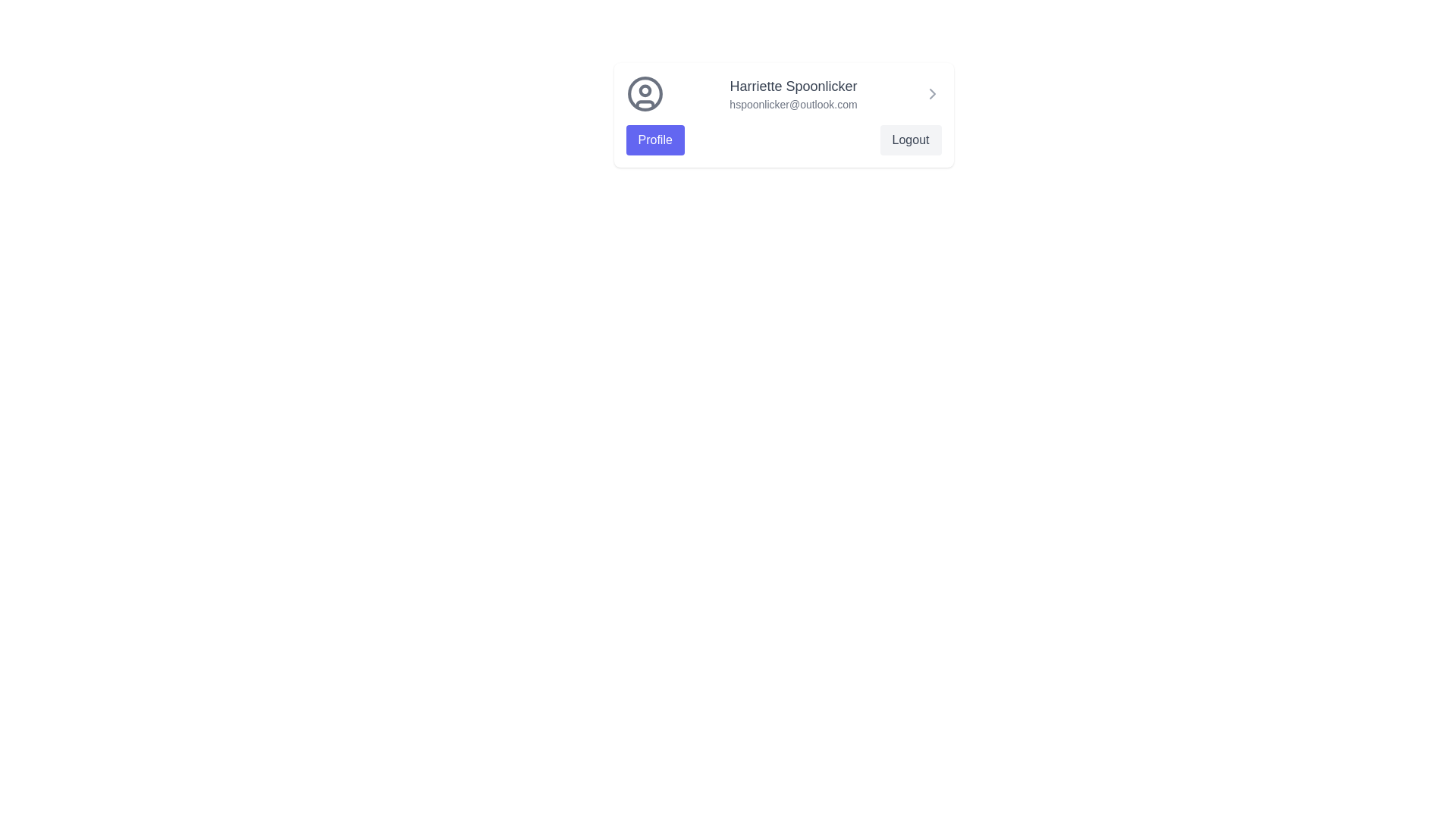  I want to click on the user profile icon, a circular gray outlined element representing a user's avatar, located in the top-left corner adjacent to the user's name and email, so click(645, 93).